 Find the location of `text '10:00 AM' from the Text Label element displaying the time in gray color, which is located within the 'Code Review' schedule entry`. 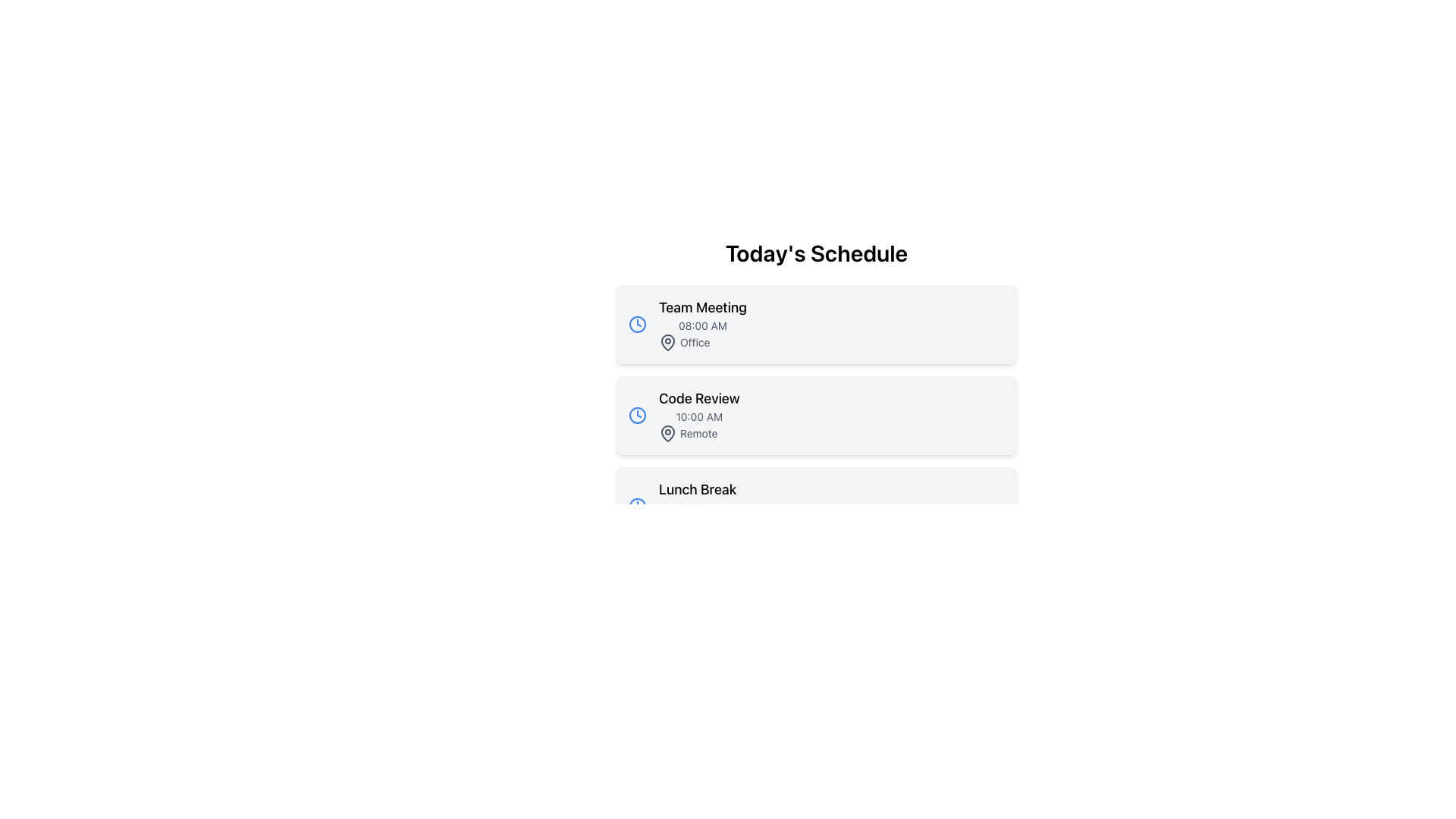

text '10:00 AM' from the Text Label element displaying the time in gray color, which is located within the 'Code Review' schedule entry is located at coordinates (698, 417).